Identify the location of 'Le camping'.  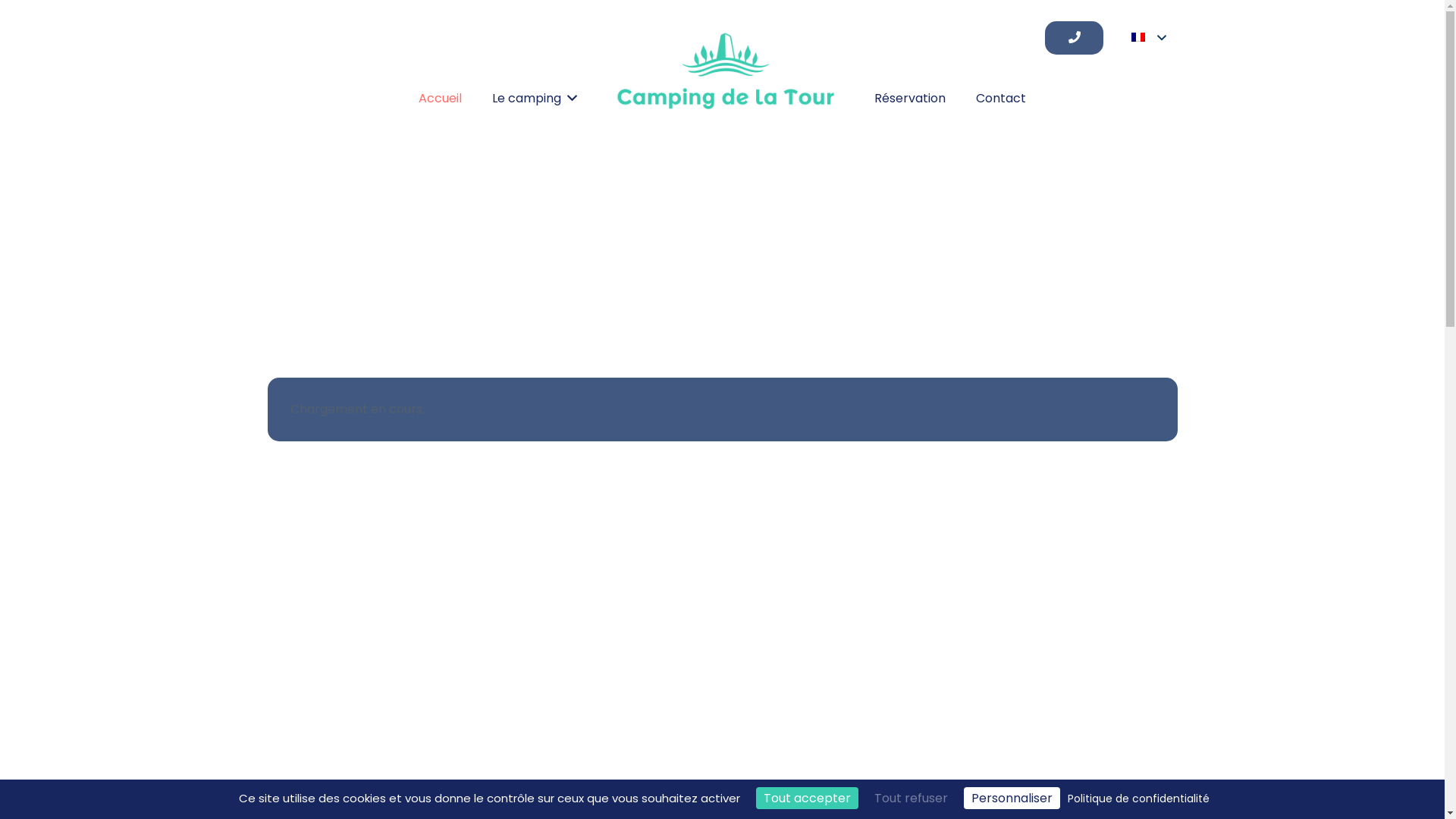
(535, 99).